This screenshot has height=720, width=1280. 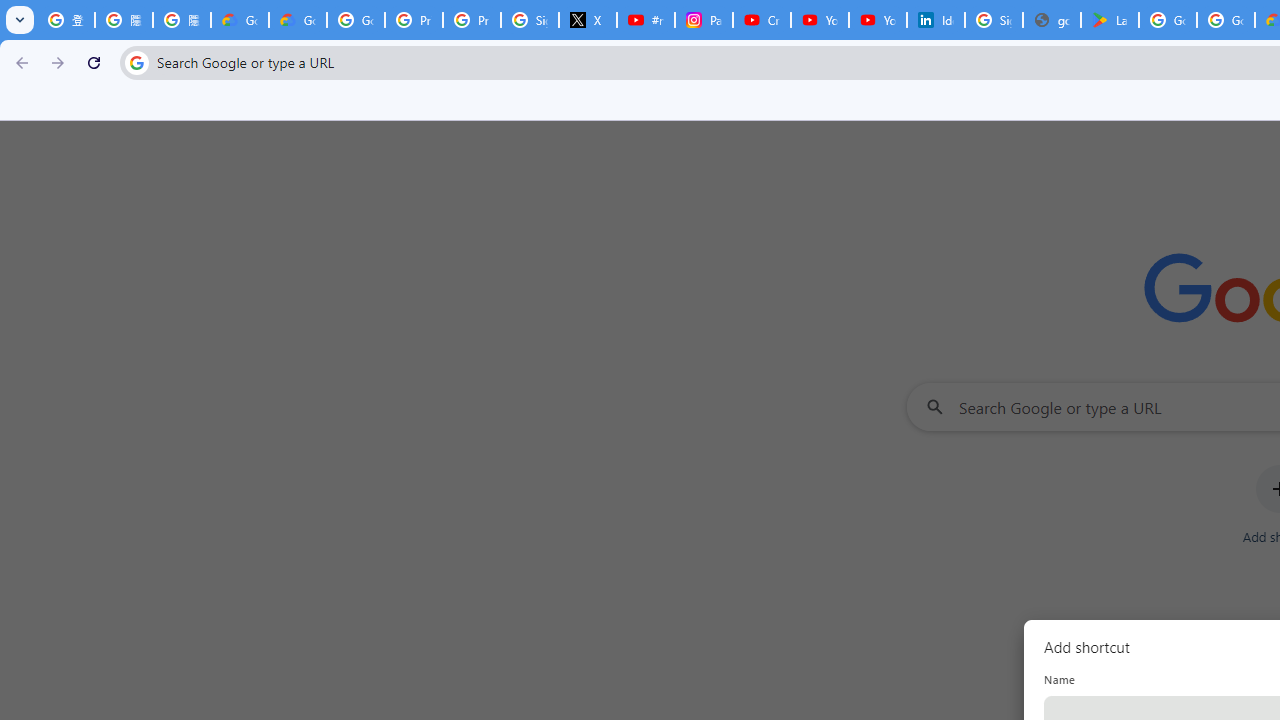 What do you see at coordinates (1051, 20) in the screenshot?
I see `'google_privacy_policy_en.pdf'` at bounding box center [1051, 20].